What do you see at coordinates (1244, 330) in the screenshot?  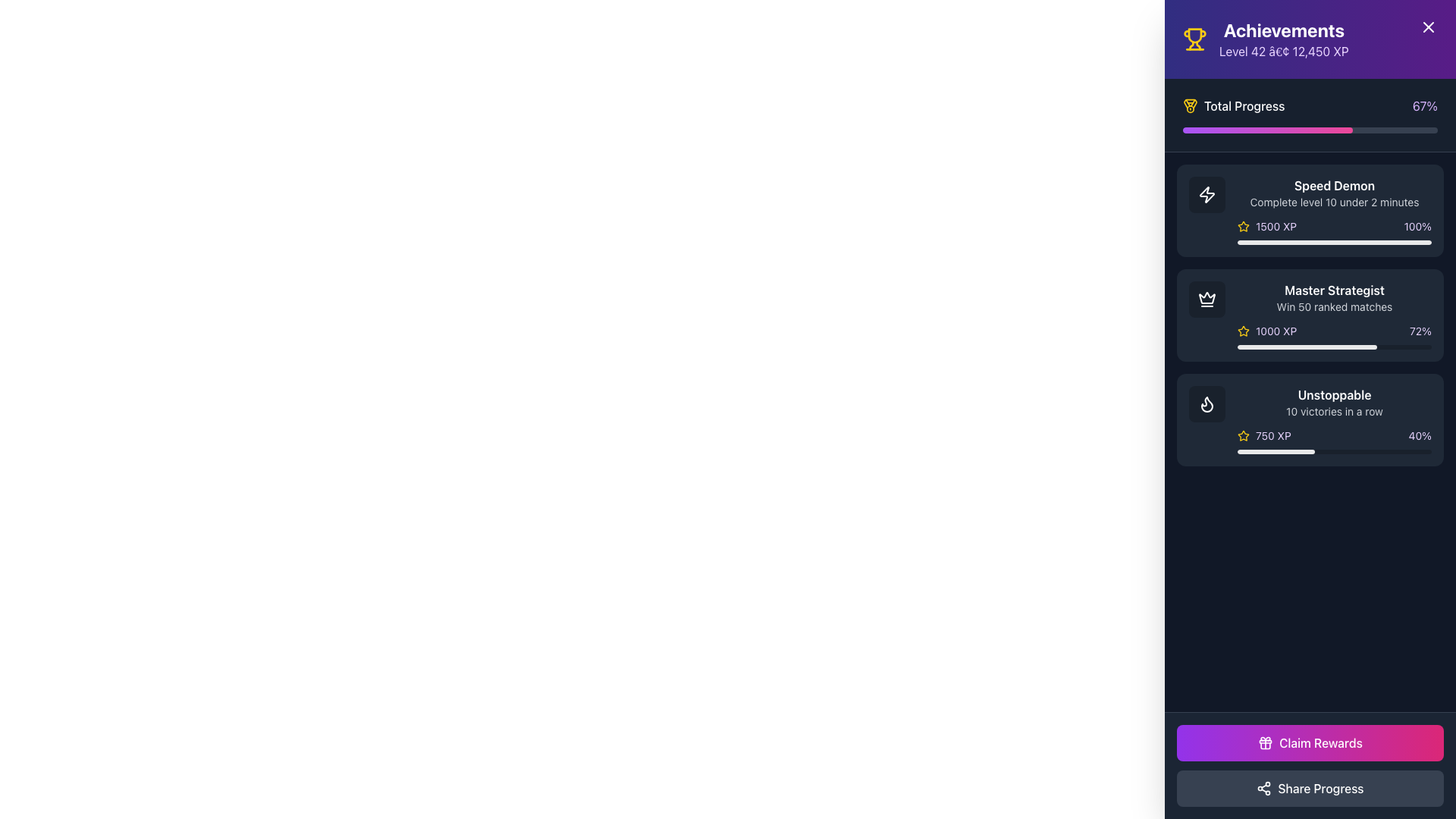 I see `the small yellow star icon located in the 'Master Strategist' card, positioned to the left of the '1000 XP' text` at bounding box center [1244, 330].